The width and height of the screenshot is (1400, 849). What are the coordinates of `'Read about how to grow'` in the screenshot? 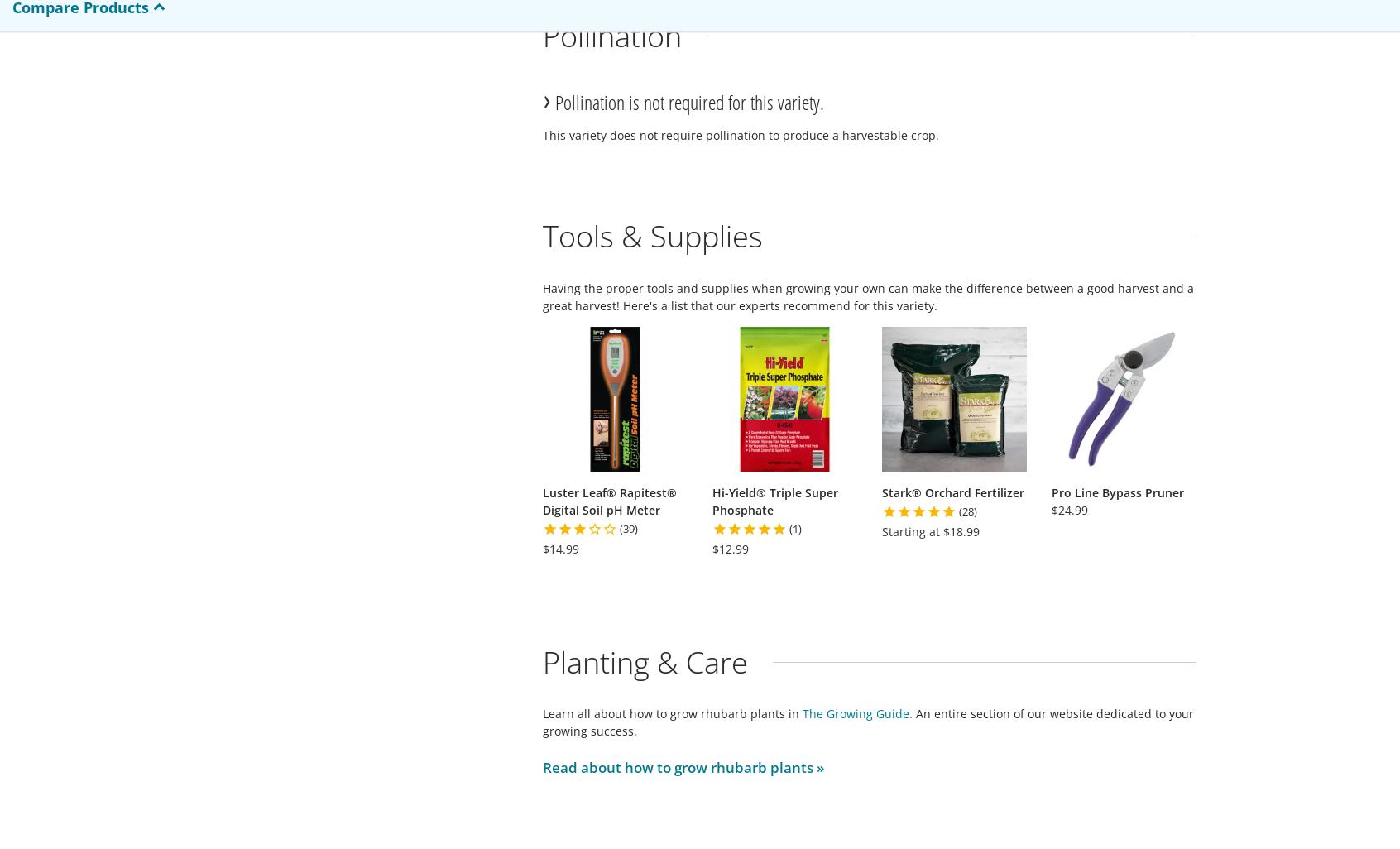 It's located at (626, 766).